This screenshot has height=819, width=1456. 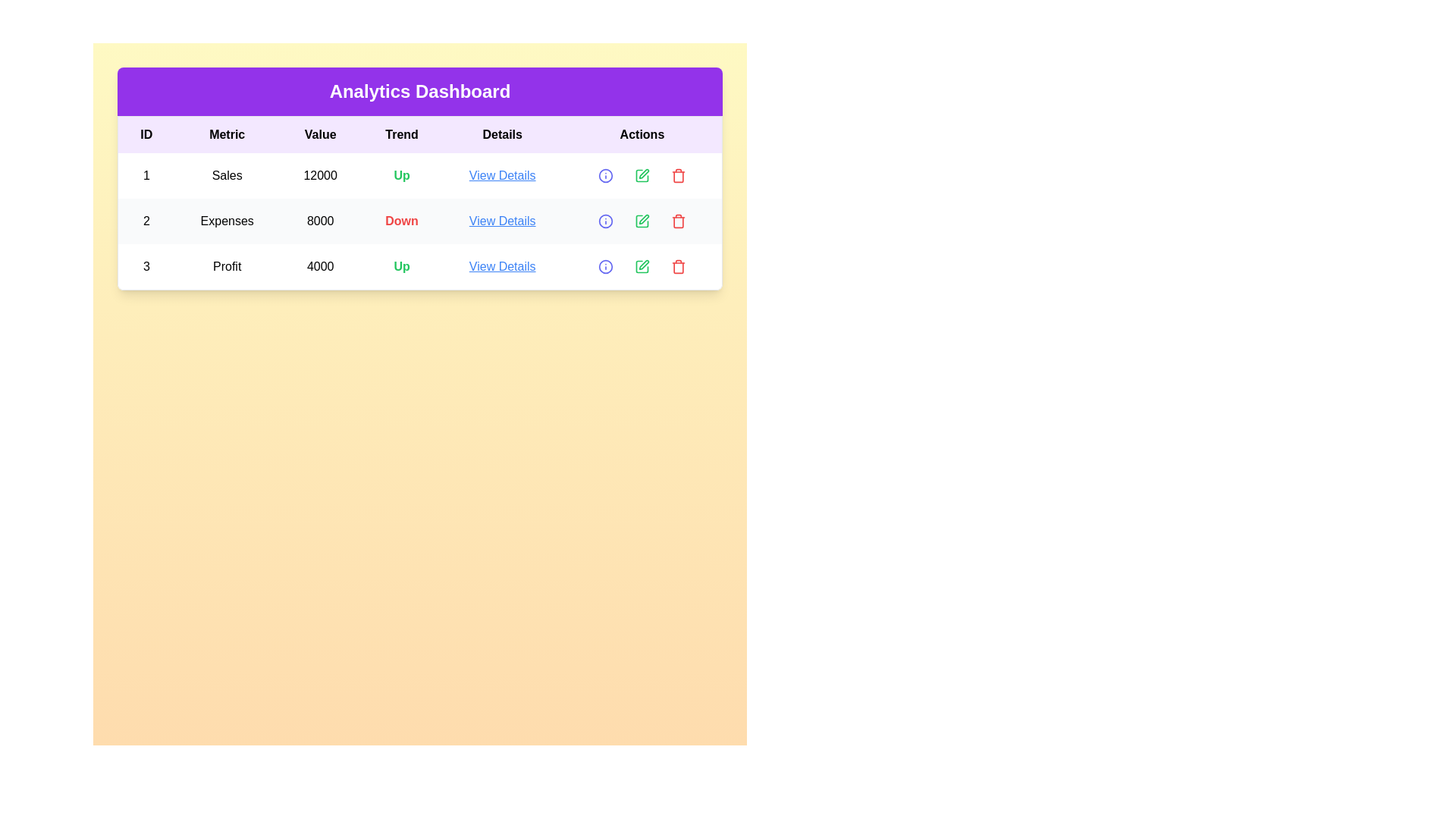 What do you see at coordinates (642, 221) in the screenshot?
I see `the edit icon represented by a square in the Actions column of the second row of the table, performing the associated action` at bounding box center [642, 221].